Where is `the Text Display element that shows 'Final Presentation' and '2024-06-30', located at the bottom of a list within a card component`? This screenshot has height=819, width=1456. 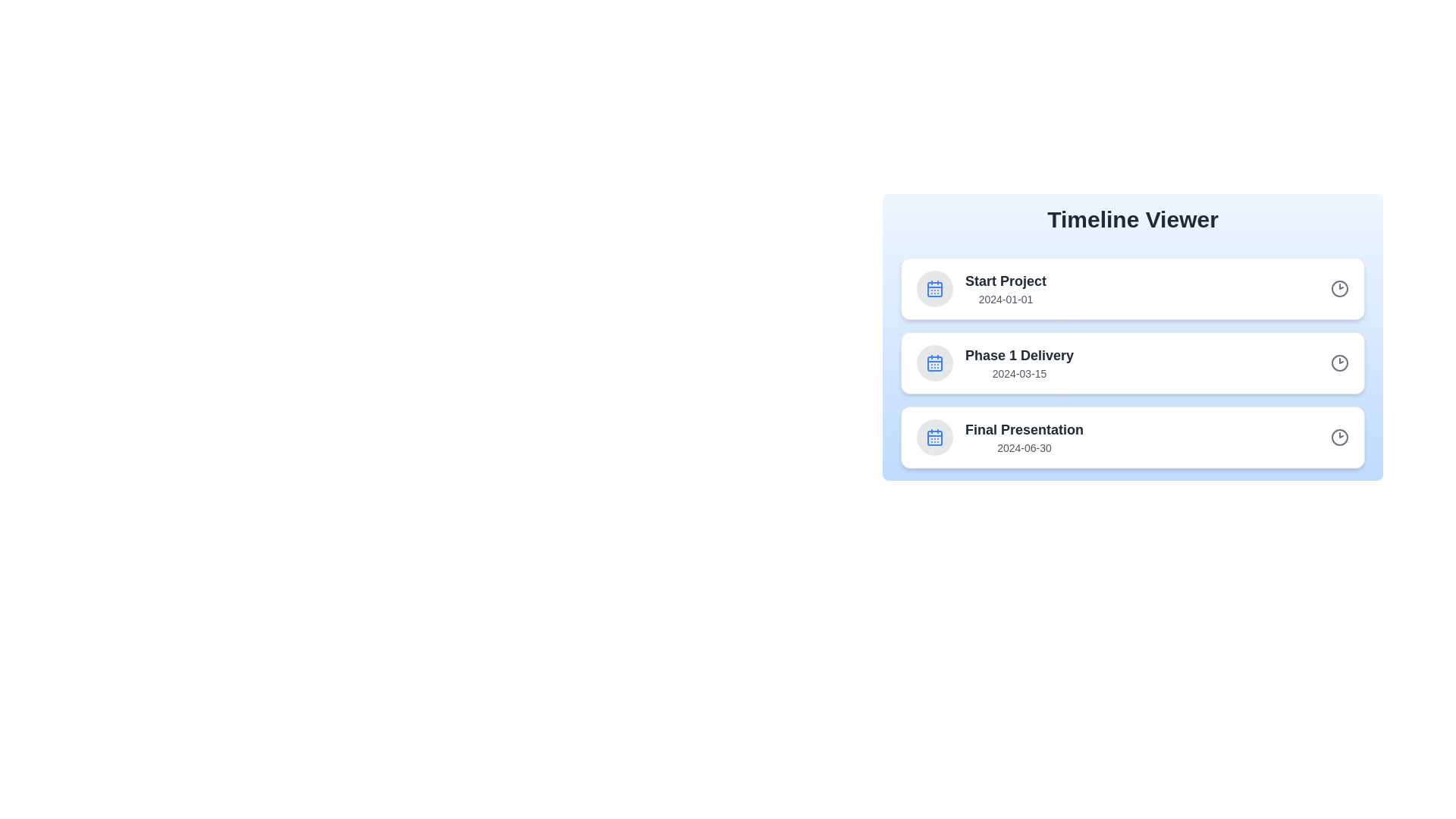
the Text Display element that shows 'Final Presentation' and '2024-06-30', located at the bottom of a list within a card component is located at coordinates (1025, 438).